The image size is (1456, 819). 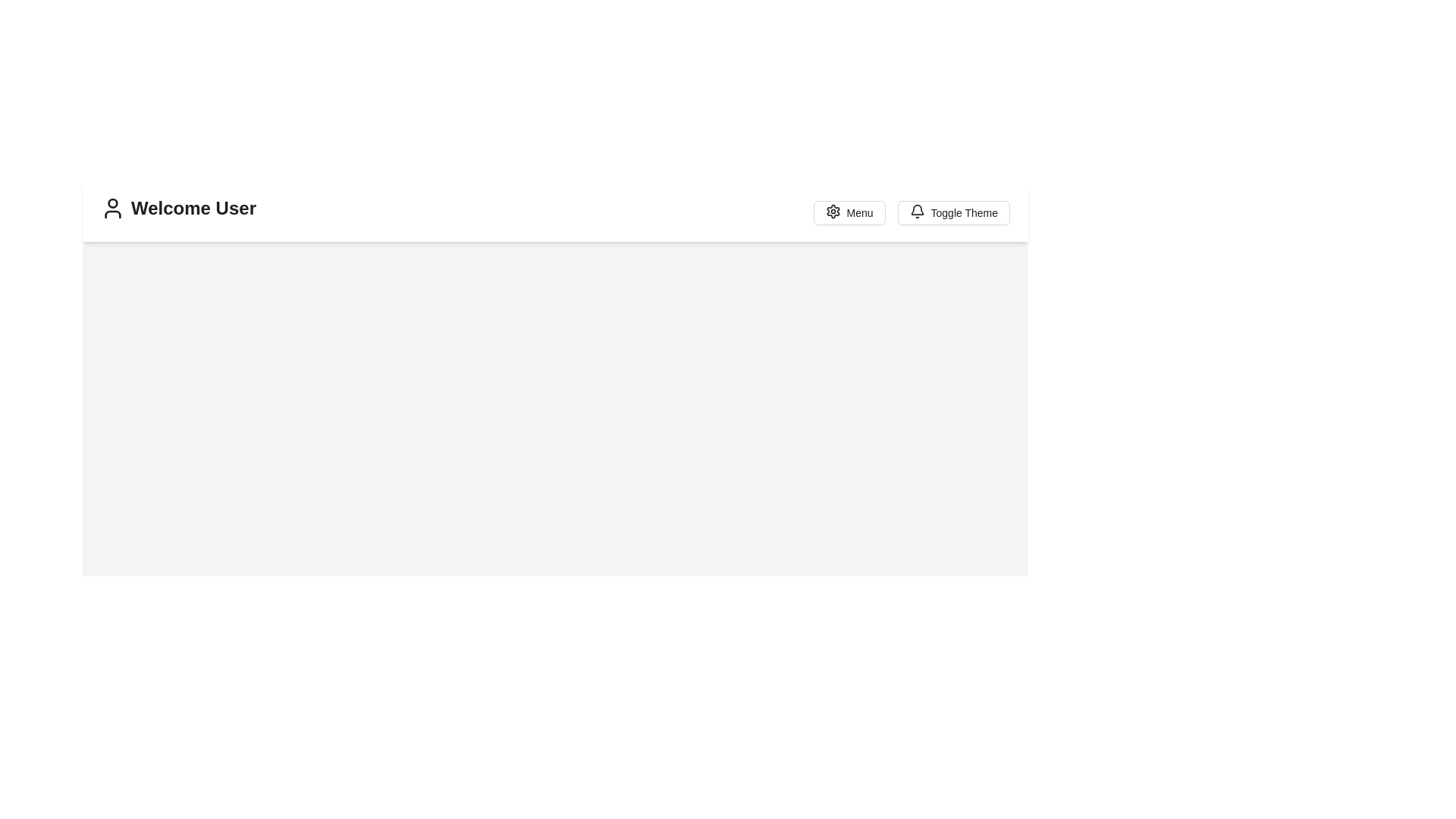 What do you see at coordinates (859, 213) in the screenshot?
I see `the 'Menu' text label within the outlined button located in the top-right corner of the interface` at bounding box center [859, 213].